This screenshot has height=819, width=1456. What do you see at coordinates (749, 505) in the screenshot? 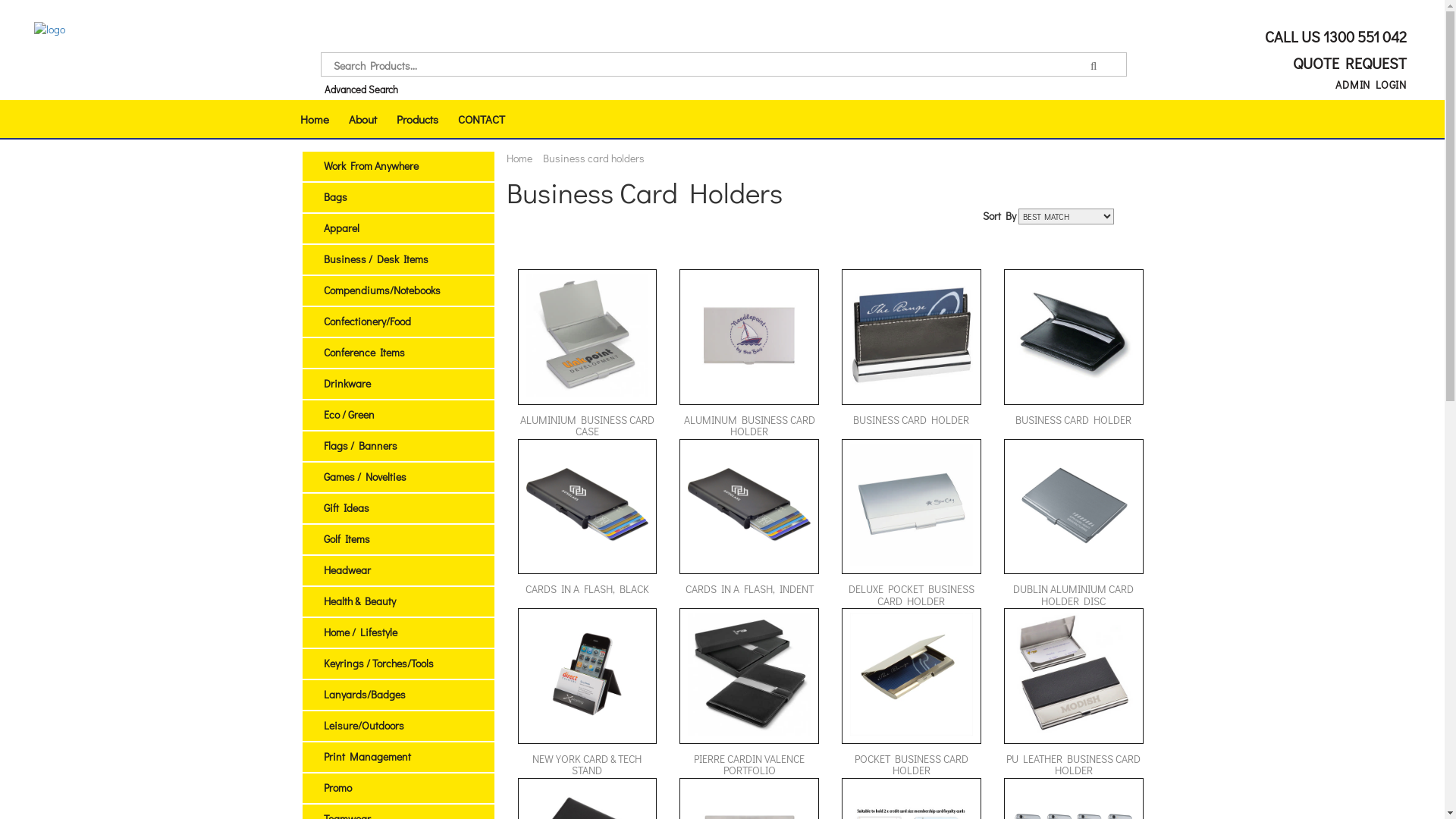
I see `'Cards in a Flash, Indent (C6800I_PREMIER)'` at bounding box center [749, 505].